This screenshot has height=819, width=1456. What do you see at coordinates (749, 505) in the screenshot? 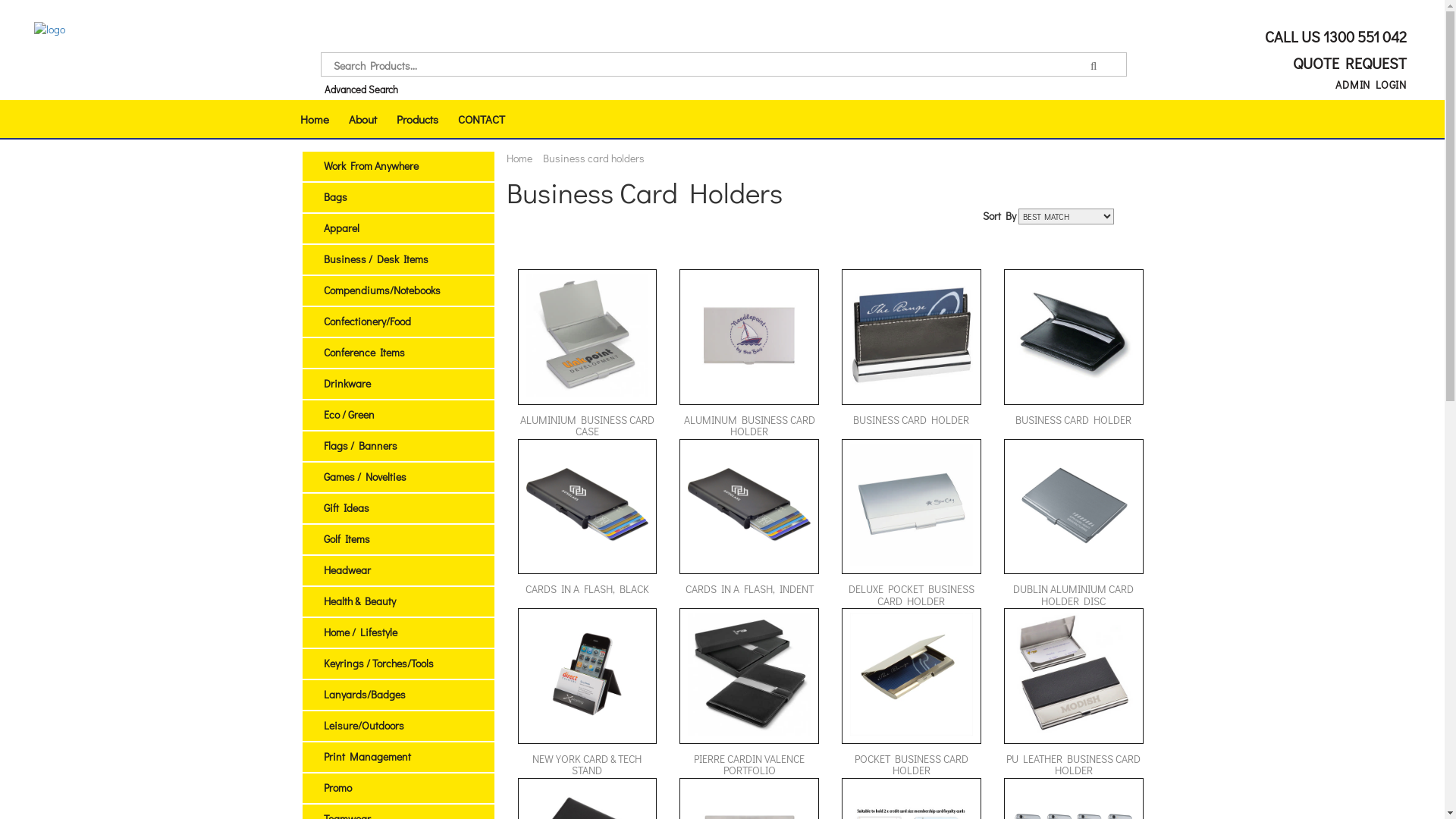
I see `'Cards in a Flash, Indent (C6800I_PREMIER)'` at bounding box center [749, 505].